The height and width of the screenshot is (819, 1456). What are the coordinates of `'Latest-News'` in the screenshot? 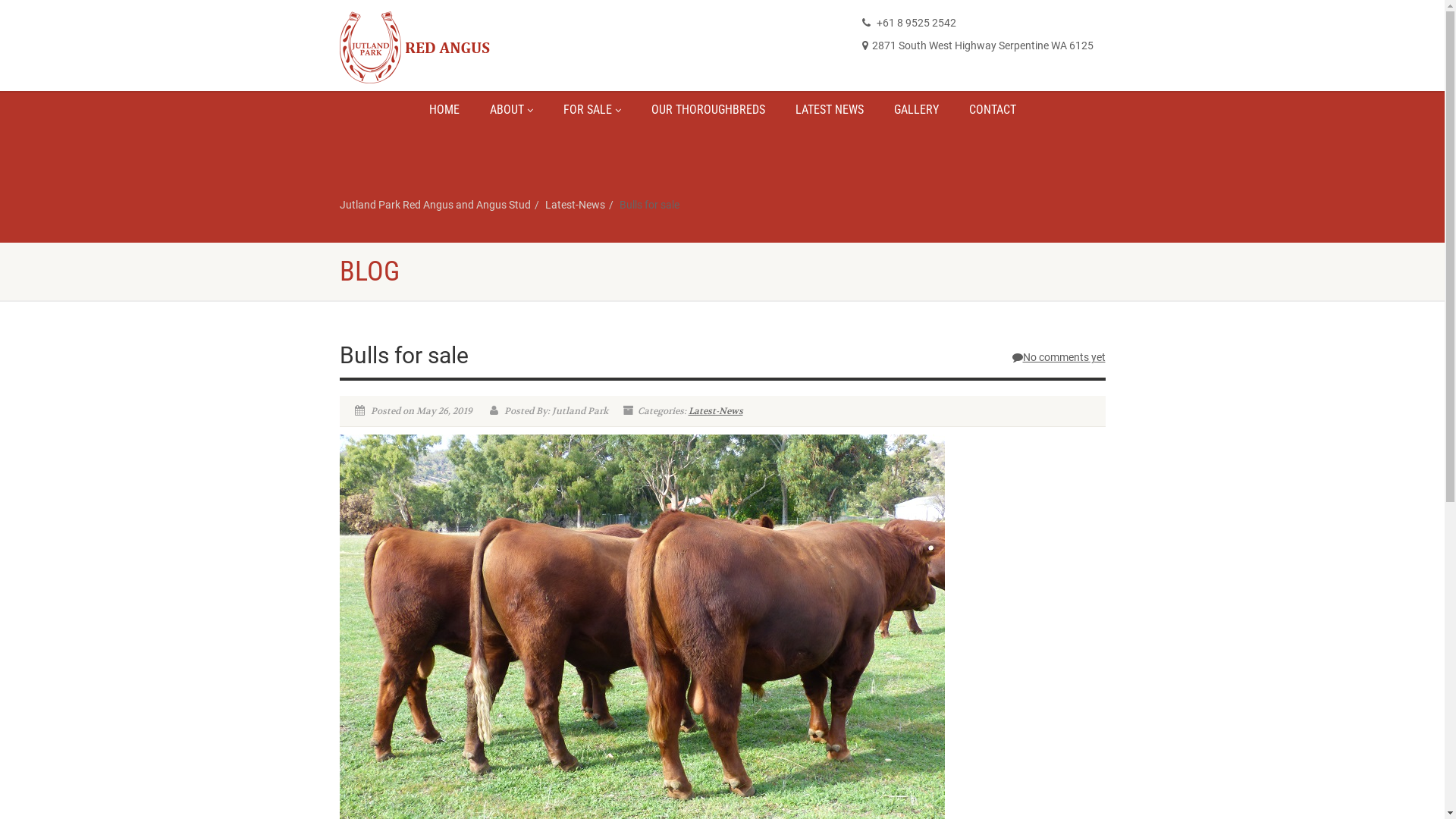 It's located at (715, 410).